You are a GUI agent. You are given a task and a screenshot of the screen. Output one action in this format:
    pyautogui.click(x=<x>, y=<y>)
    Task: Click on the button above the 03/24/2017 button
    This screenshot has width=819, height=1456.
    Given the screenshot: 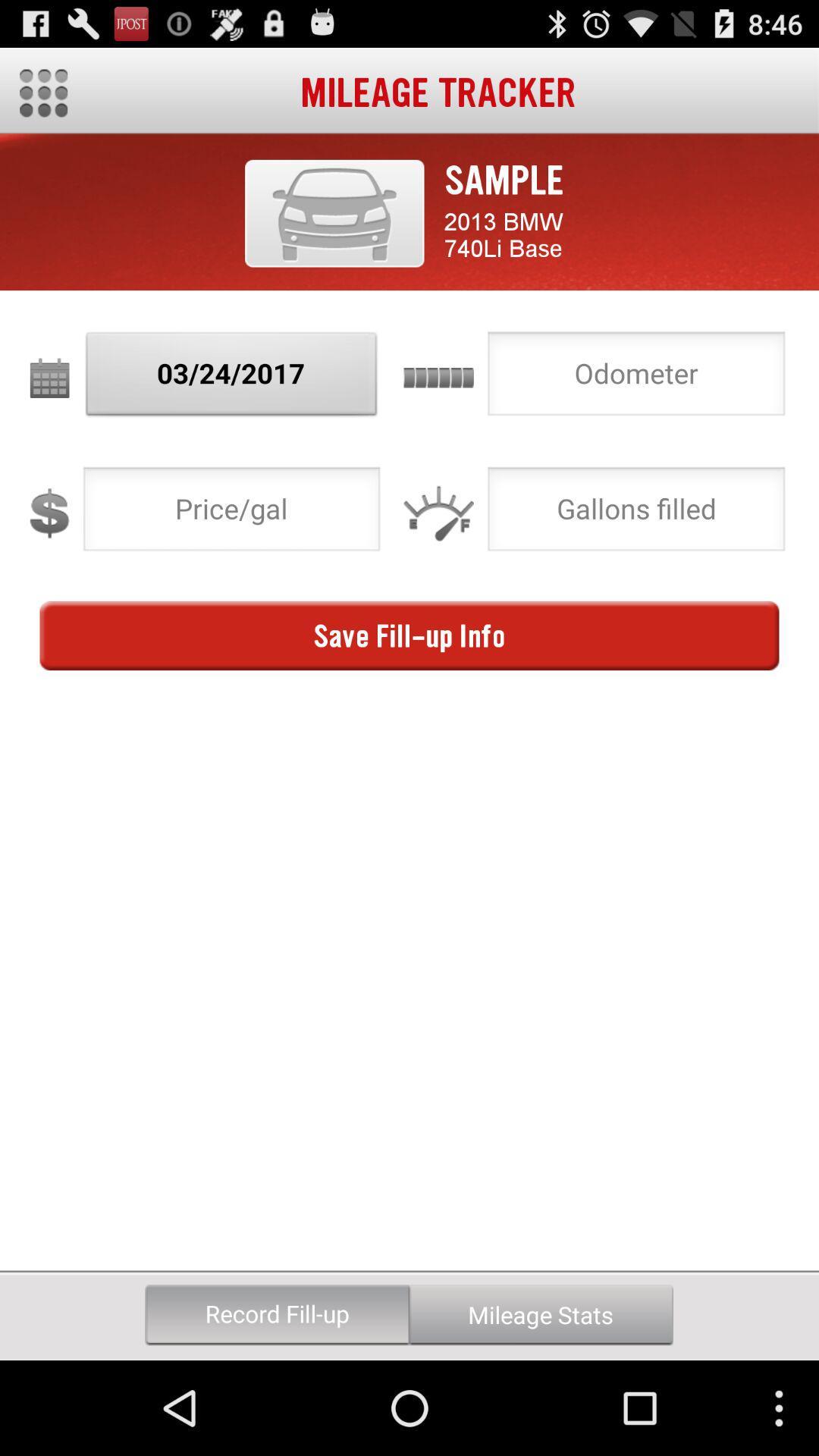 What is the action you would take?
    pyautogui.click(x=334, y=212)
    